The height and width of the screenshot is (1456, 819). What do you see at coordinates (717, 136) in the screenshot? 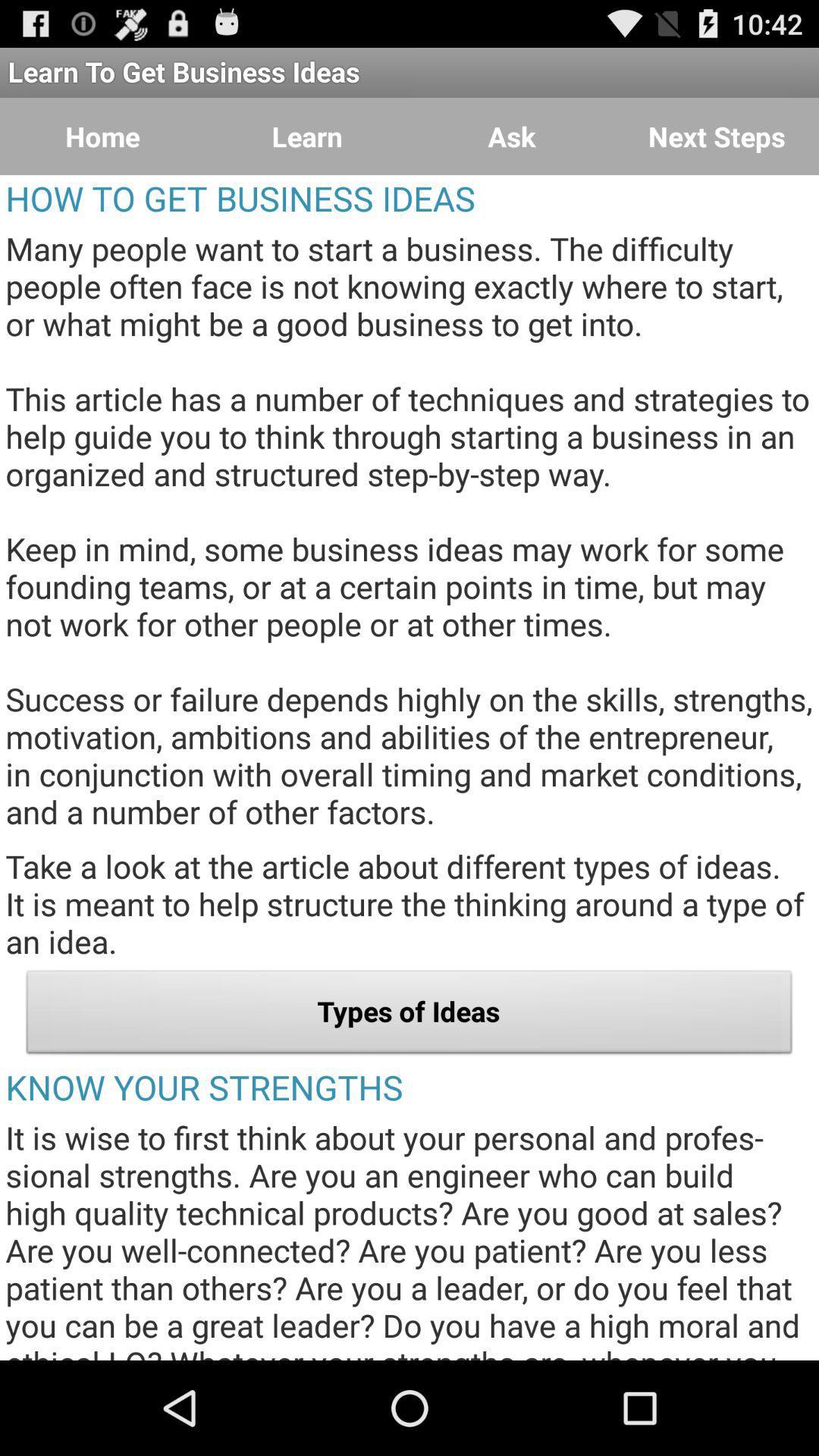
I see `item above how to get item` at bounding box center [717, 136].